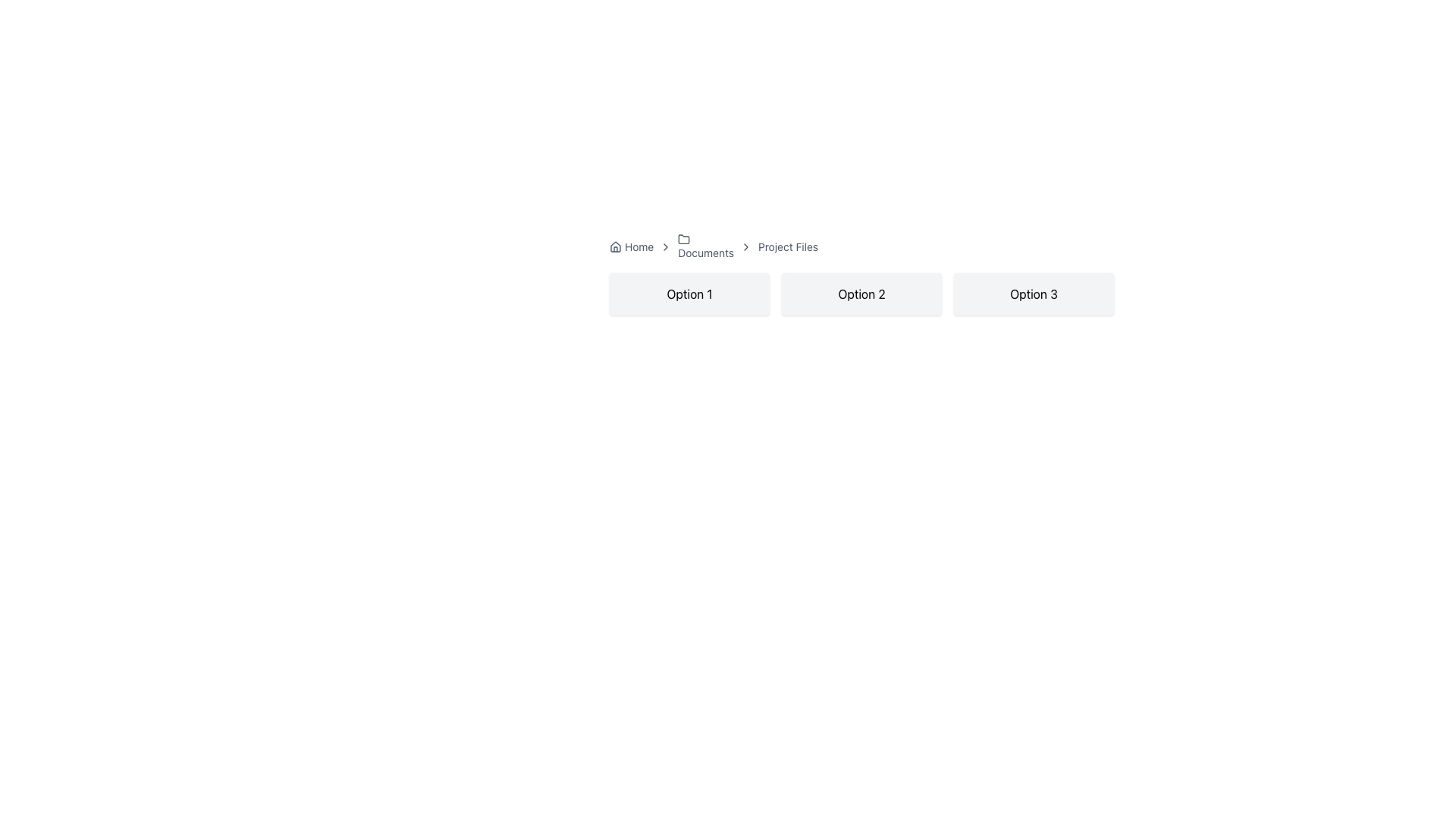 This screenshot has height=819, width=1456. I want to click on the folder-shaped icon in the breadcrumb navigation bar, positioned to the left of the text 'Documents', so click(683, 239).